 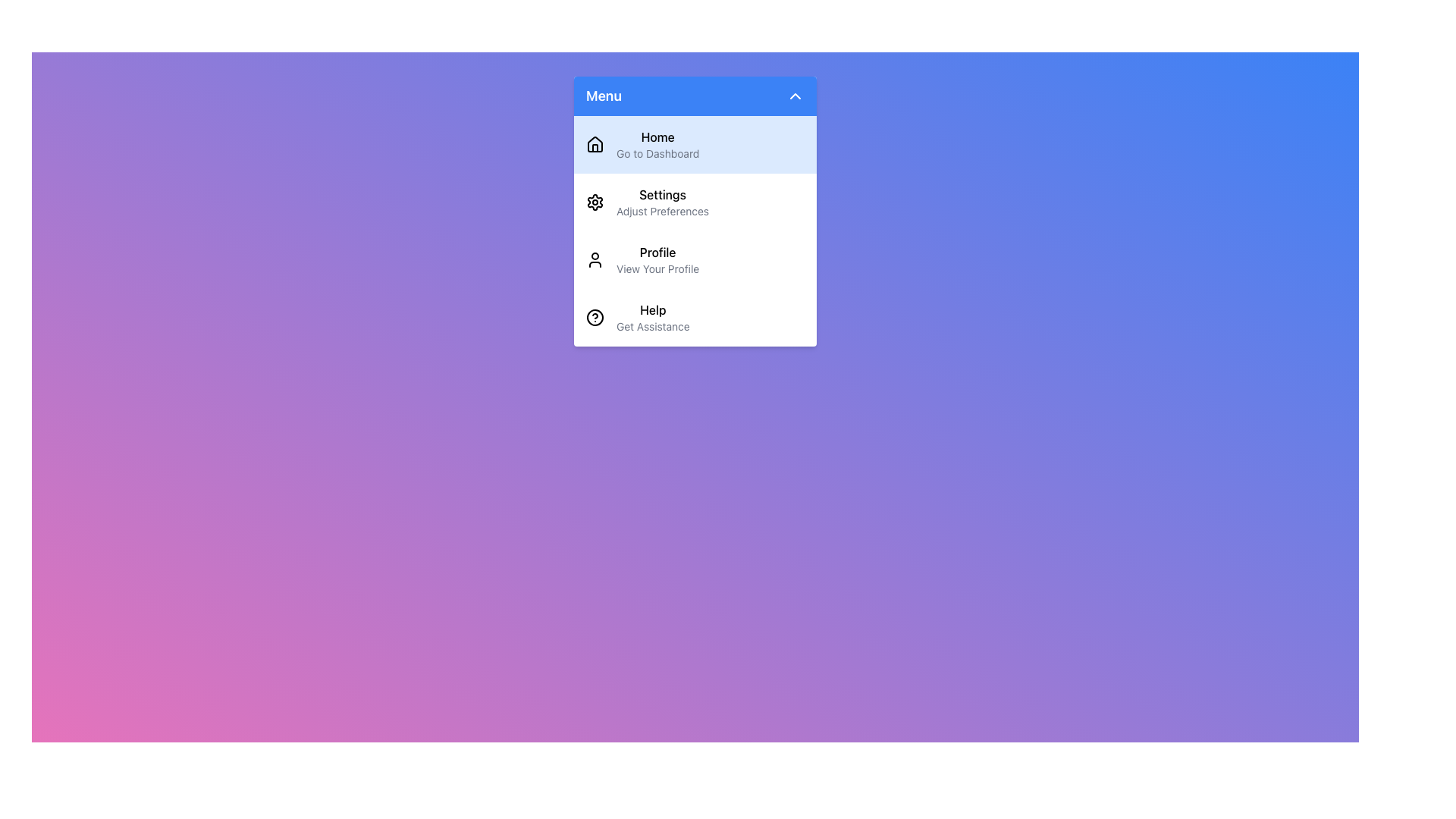 What do you see at coordinates (694, 259) in the screenshot?
I see `the third menu option item that allows users to navigate to their profile, positioned between 'Settings' and 'Help'` at bounding box center [694, 259].